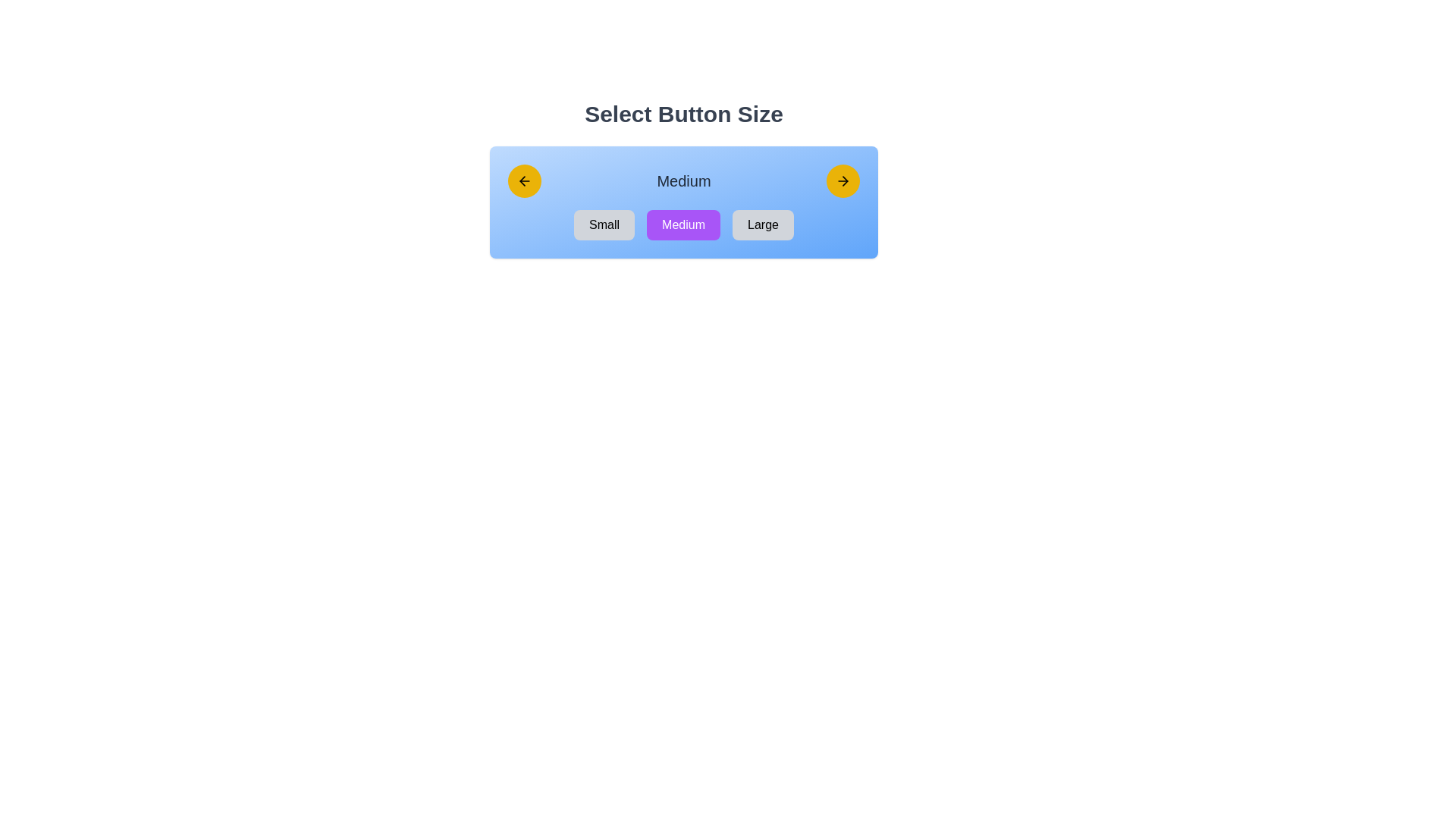  I want to click on the navigational button located on the left side of the horizontal section labeled 'Medium', so click(524, 180).